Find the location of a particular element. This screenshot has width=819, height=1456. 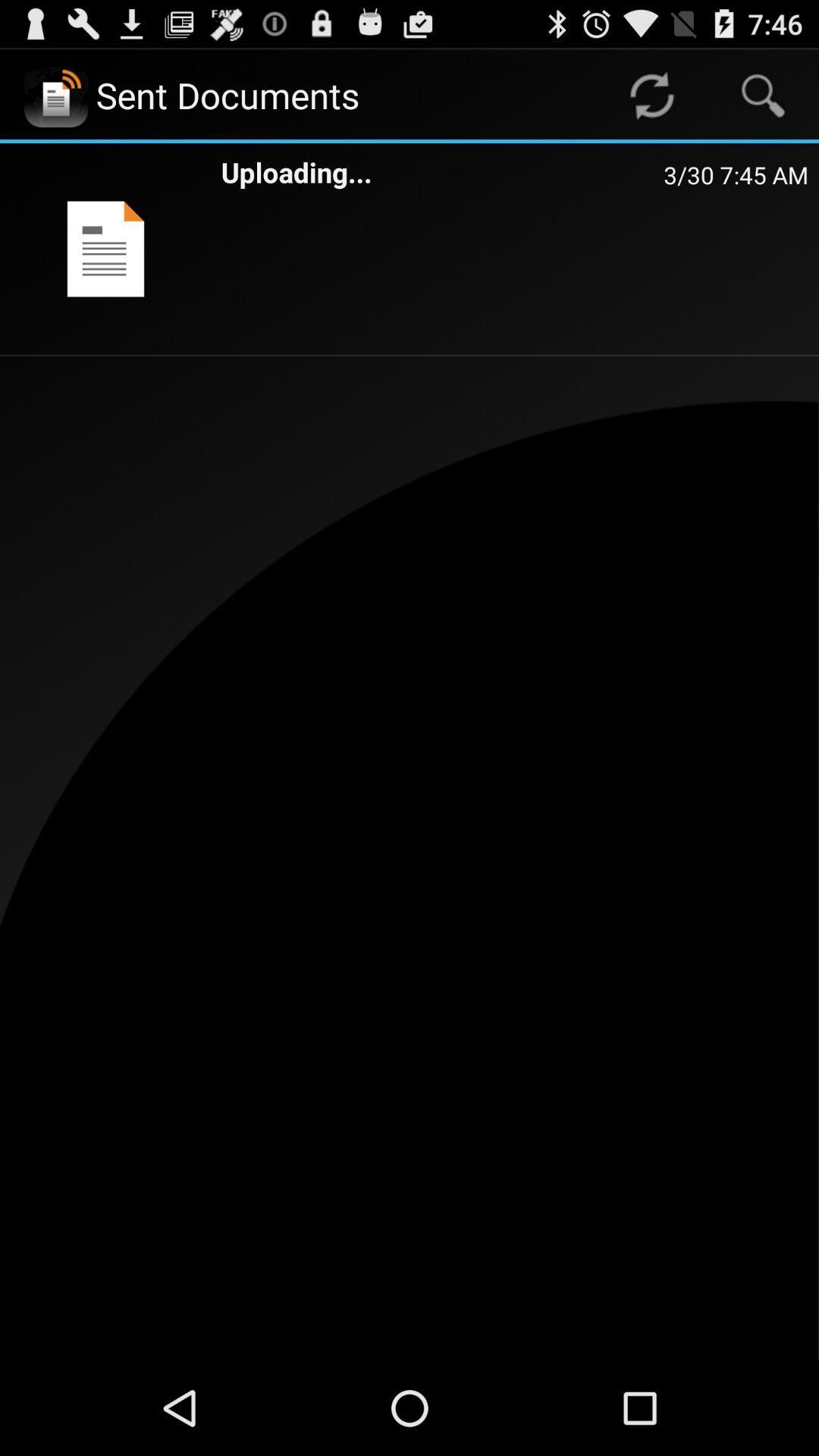

the item to the left of 3 30 7 app is located at coordinates (442, 172).